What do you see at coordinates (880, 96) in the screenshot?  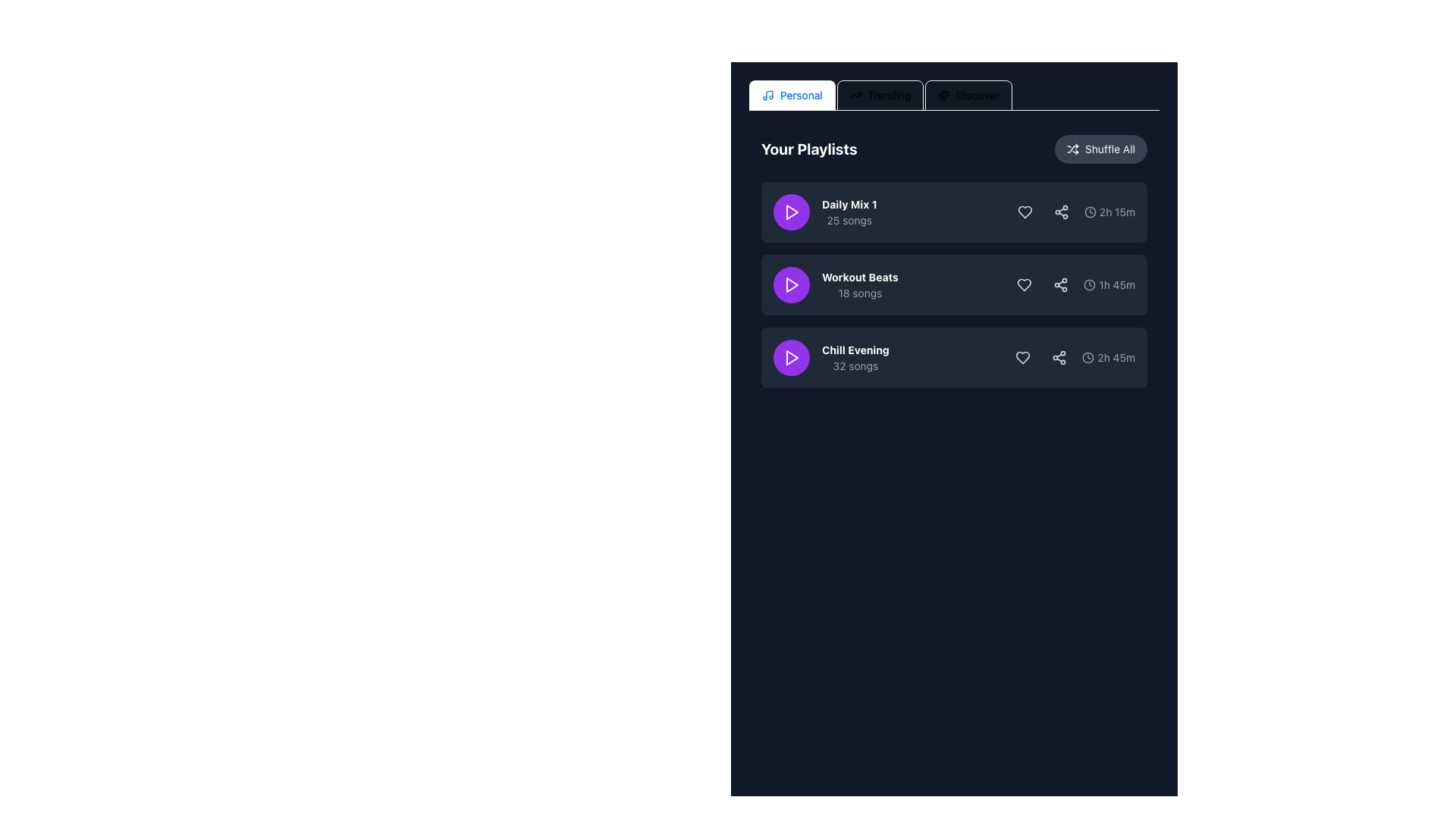 I see `the second tab in the horizontal navigation bar that displays trending items, located between the 'Personal' and 'Discover' tabs` at bounding box center [880, 96].